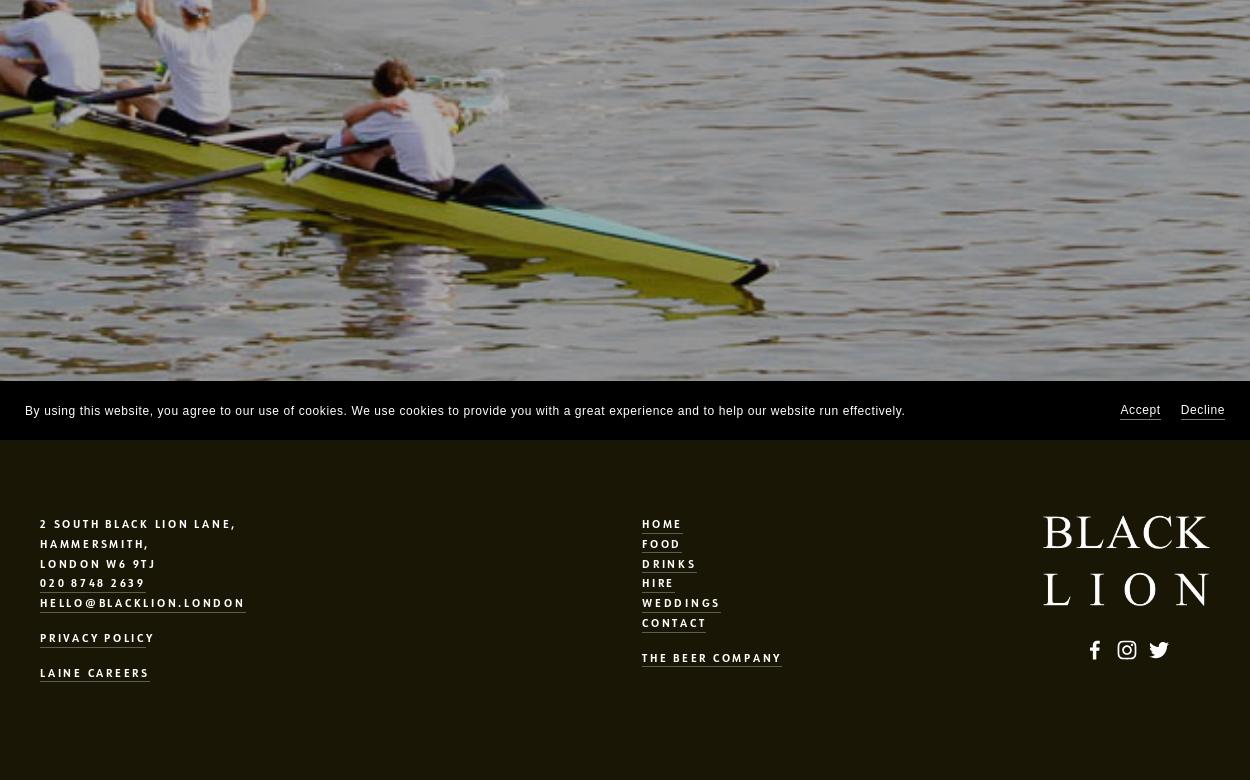 This screenshot has height=780, width=1250. What do you see at coordinates (658, 581) in the screenshot?
I see `'hire'` at bounding box center [658, 581].